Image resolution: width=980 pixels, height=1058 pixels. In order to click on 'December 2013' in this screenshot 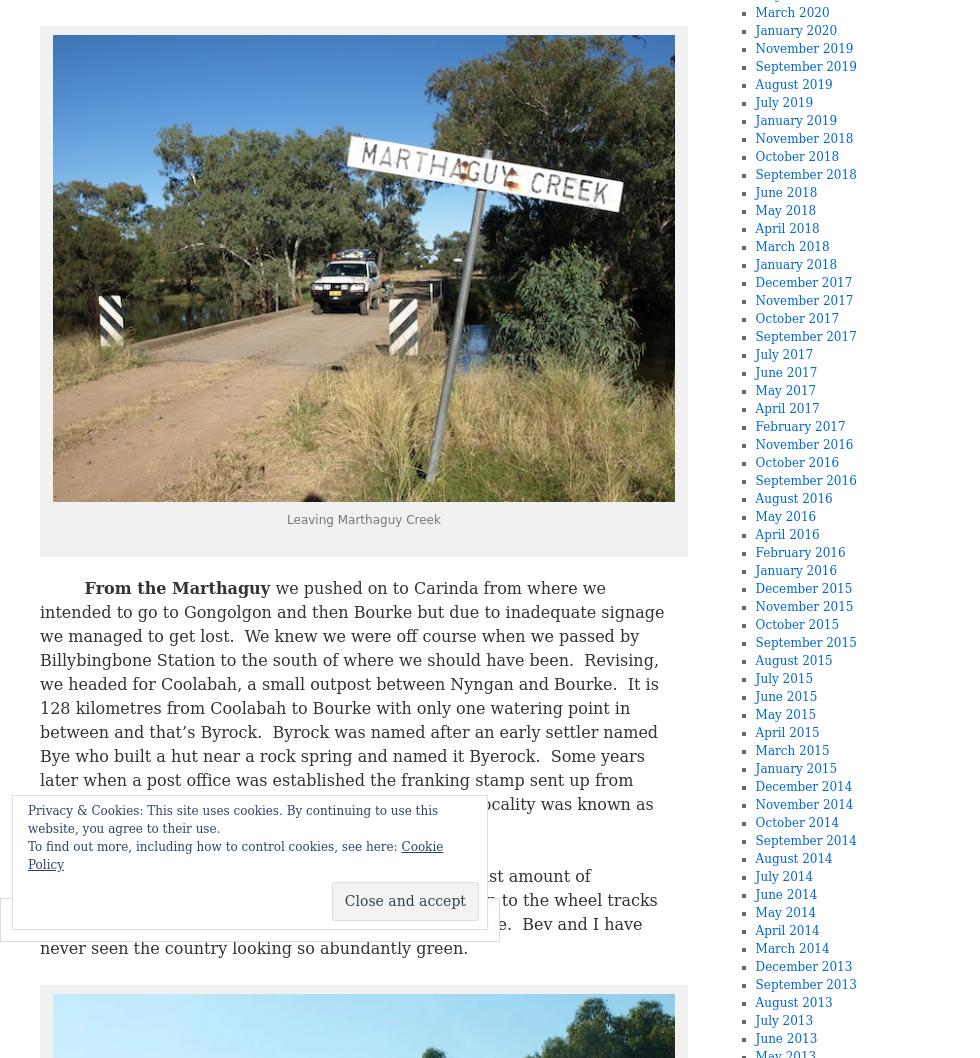, I will do `click(754, 967)`.